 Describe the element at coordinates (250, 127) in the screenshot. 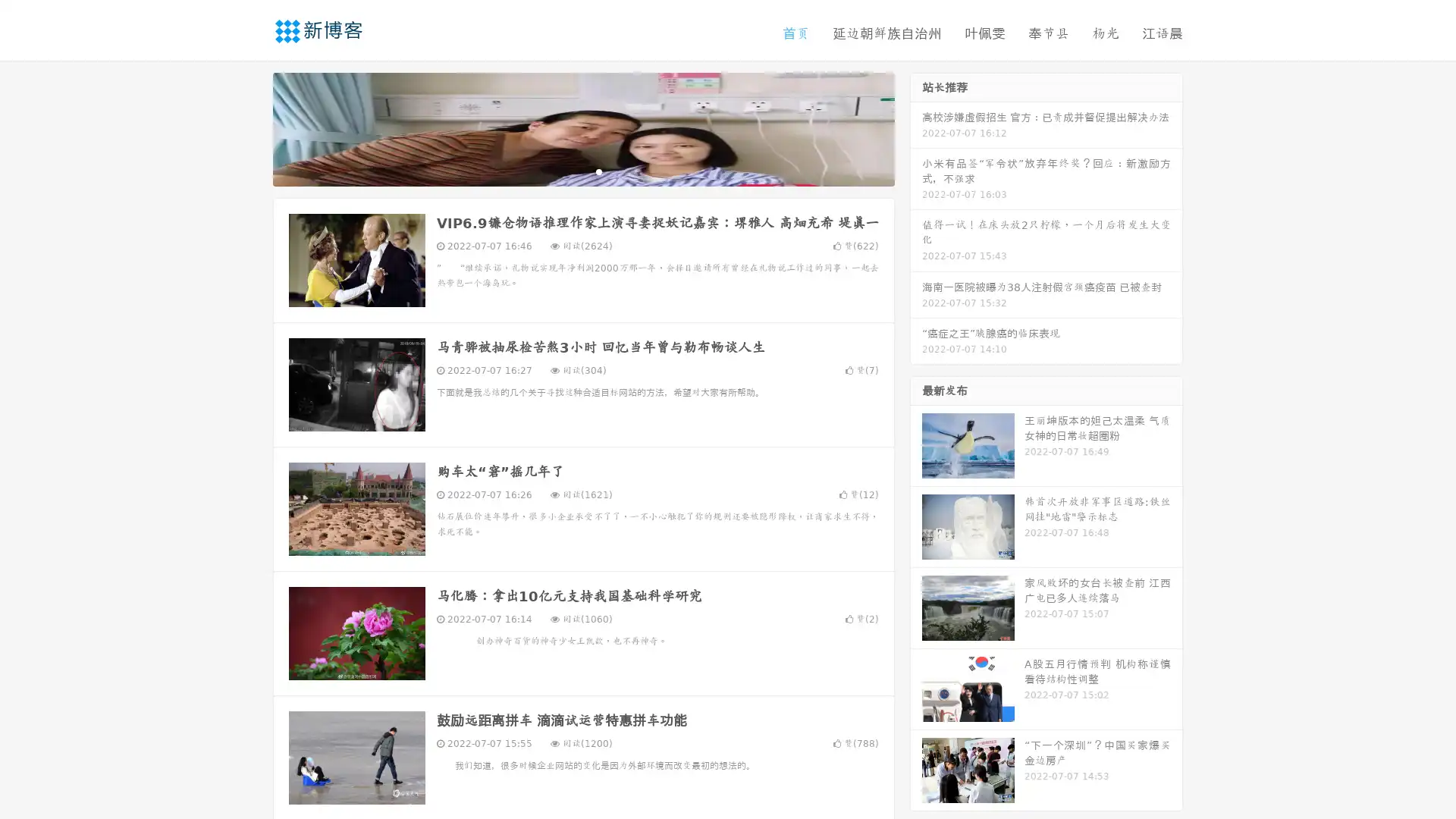

I see `Previous slide` at that location.